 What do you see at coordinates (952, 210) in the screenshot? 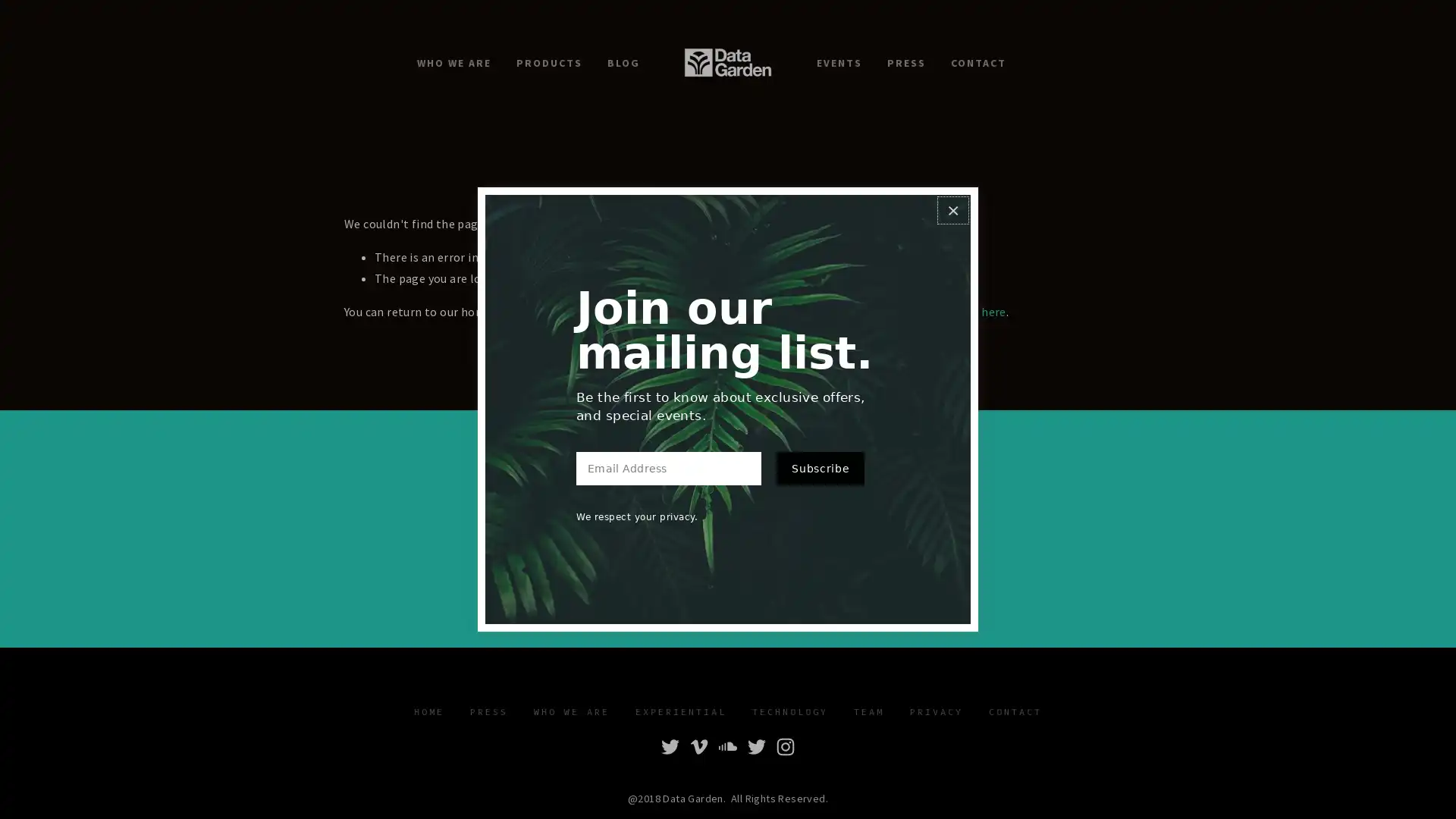
I see `Close` at bounding box center [952, 210].